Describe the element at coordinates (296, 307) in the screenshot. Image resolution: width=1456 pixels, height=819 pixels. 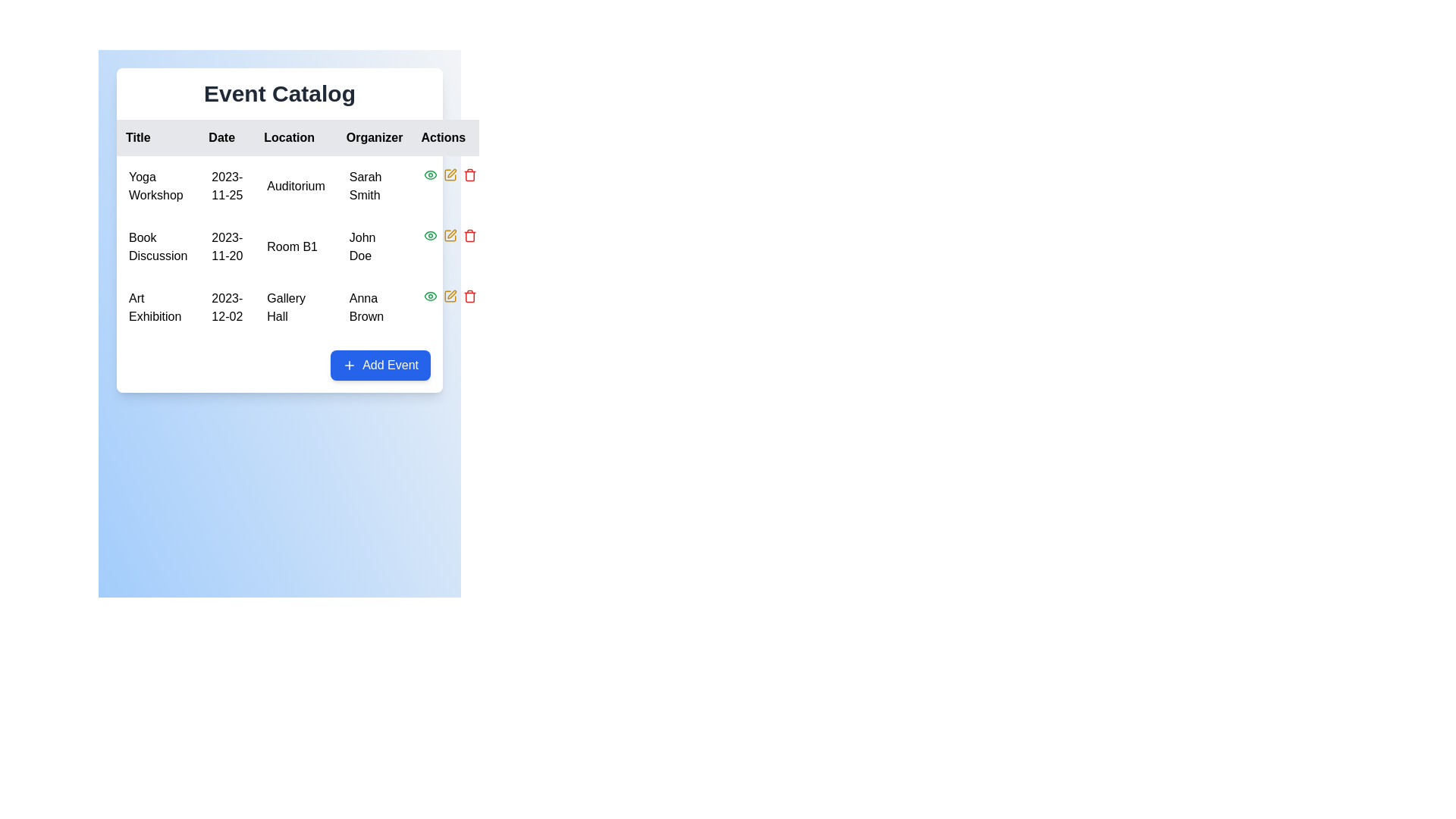
I see `the text element 'Gallery Hall' located in the 'Location' category of the event listing grid, specifically positioned below 'Room B1' in the third row` at that location.